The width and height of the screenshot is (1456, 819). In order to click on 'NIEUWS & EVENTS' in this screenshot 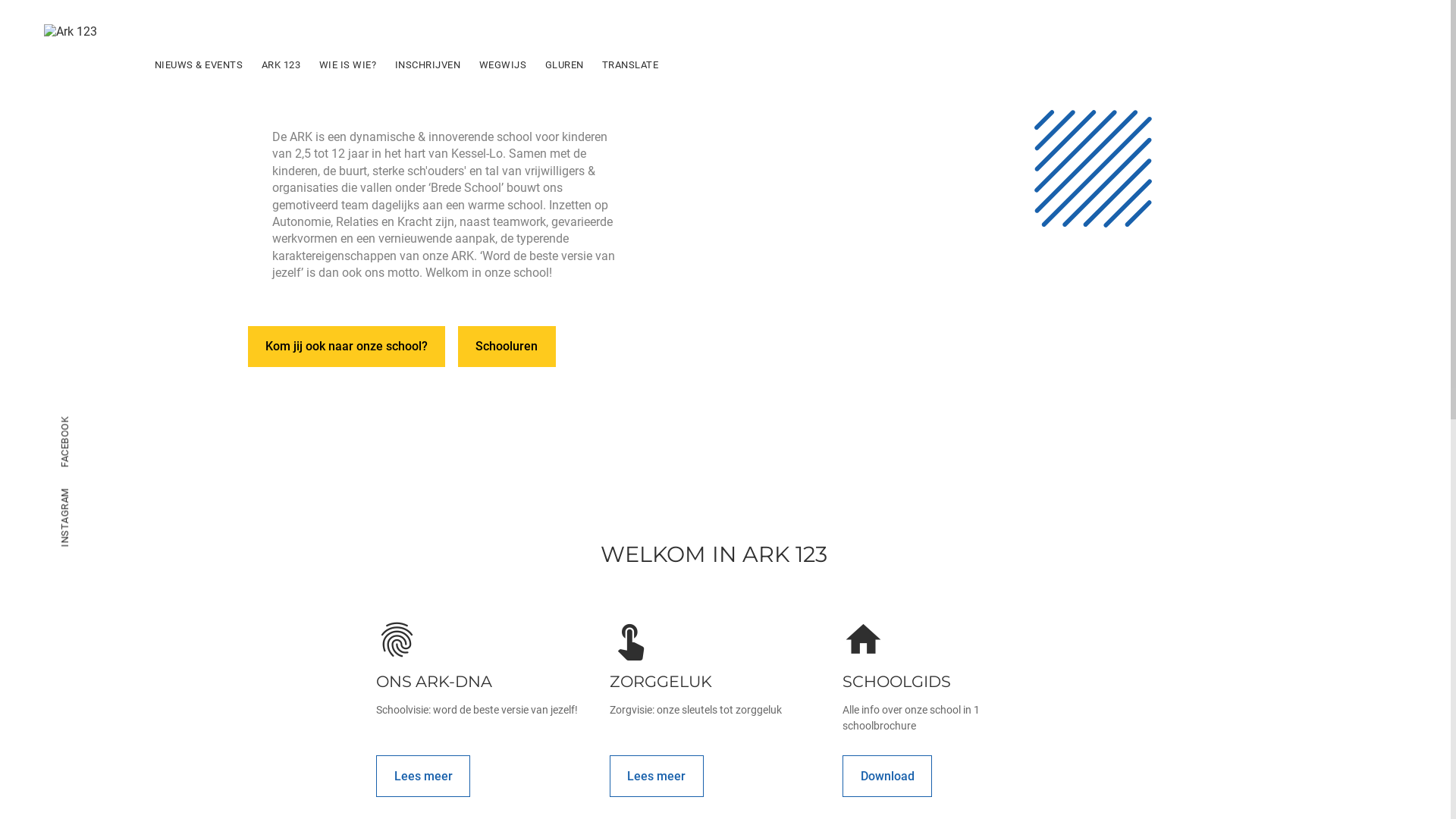, I will do `click(198, 63)`.